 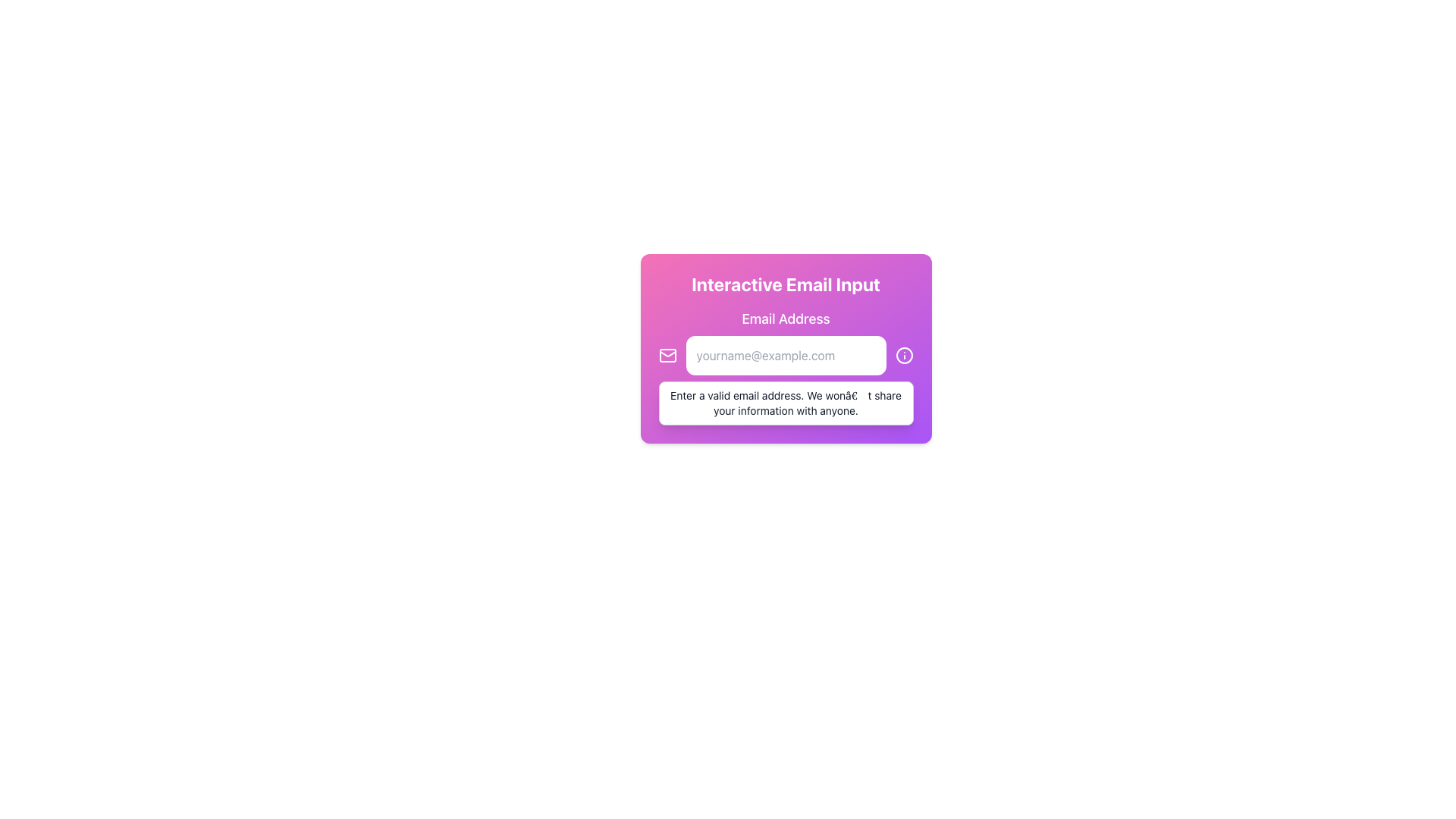 I want to click on the Static Text Label displaying 'Email Address' which is styled in a large white font and positioned above the interactive email input field, so click(x=786, y=318).